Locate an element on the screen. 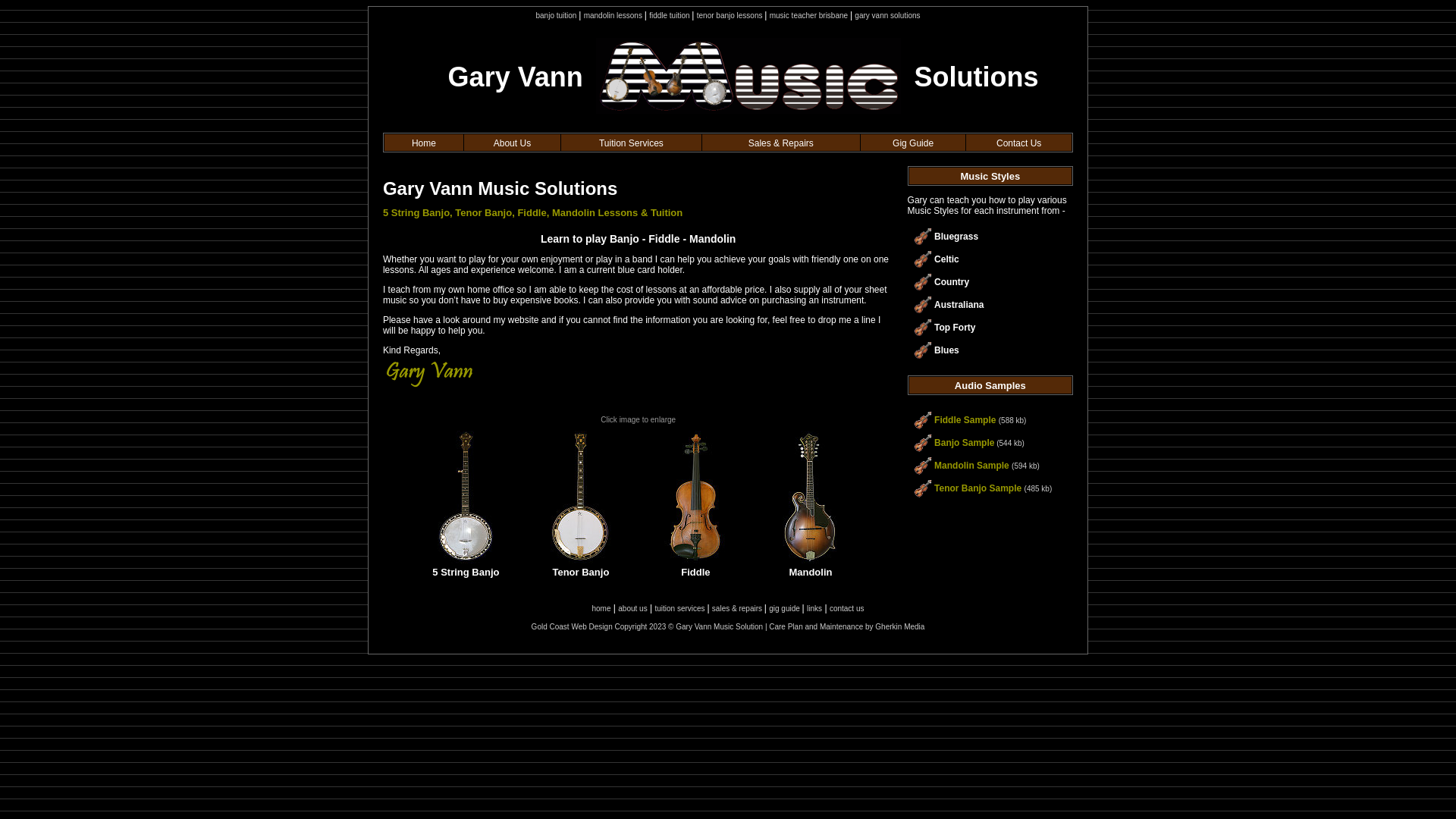 The width and height of the screenshot is (1456, 819). 'Sales & Repairs' is located at coordinates (781, 143).